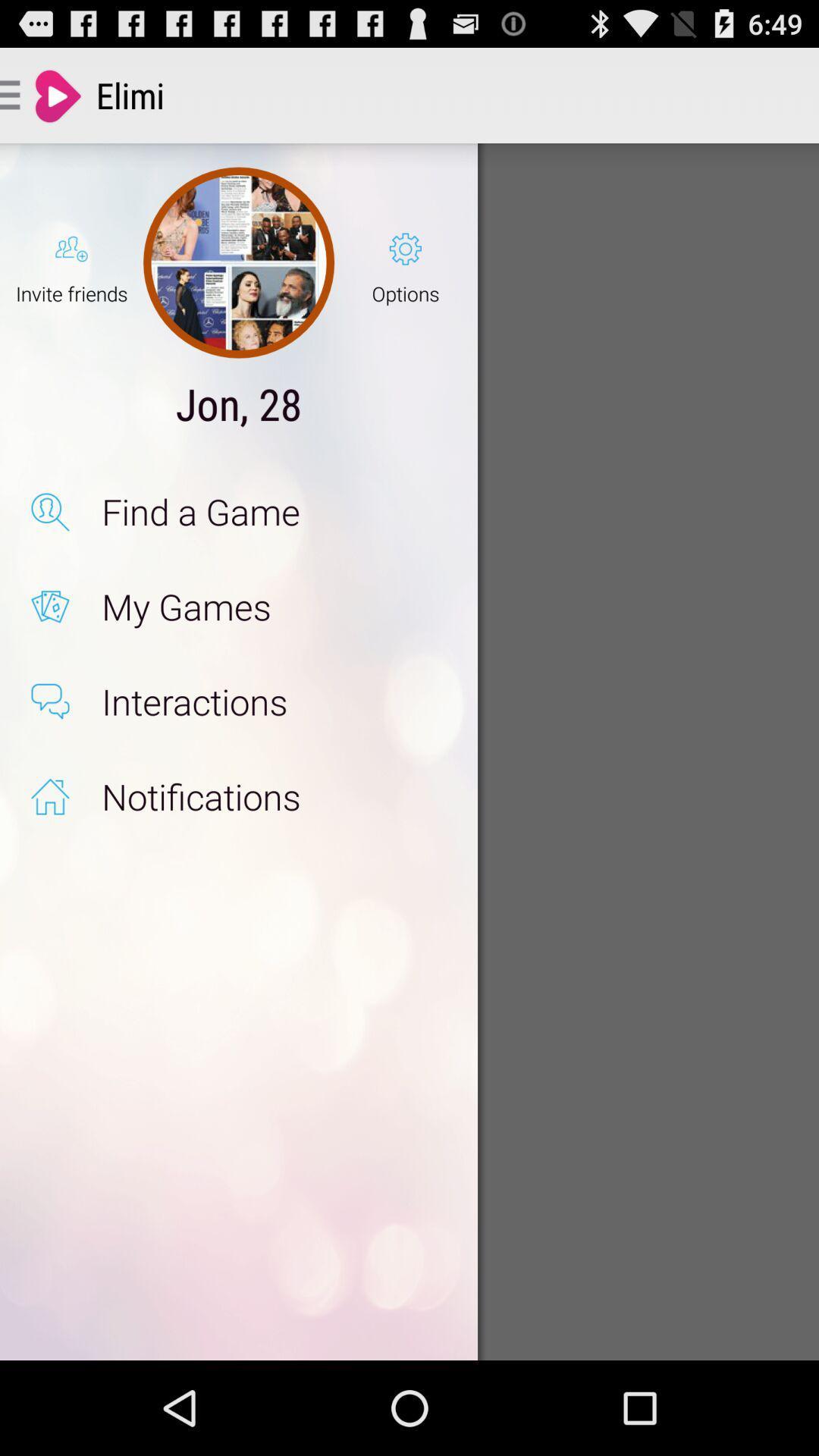 The image size is (819, 1456). What do you see at coordinates (274, 795) in the screenshot?
I see `notifications app` at bounding box center [274, 795].